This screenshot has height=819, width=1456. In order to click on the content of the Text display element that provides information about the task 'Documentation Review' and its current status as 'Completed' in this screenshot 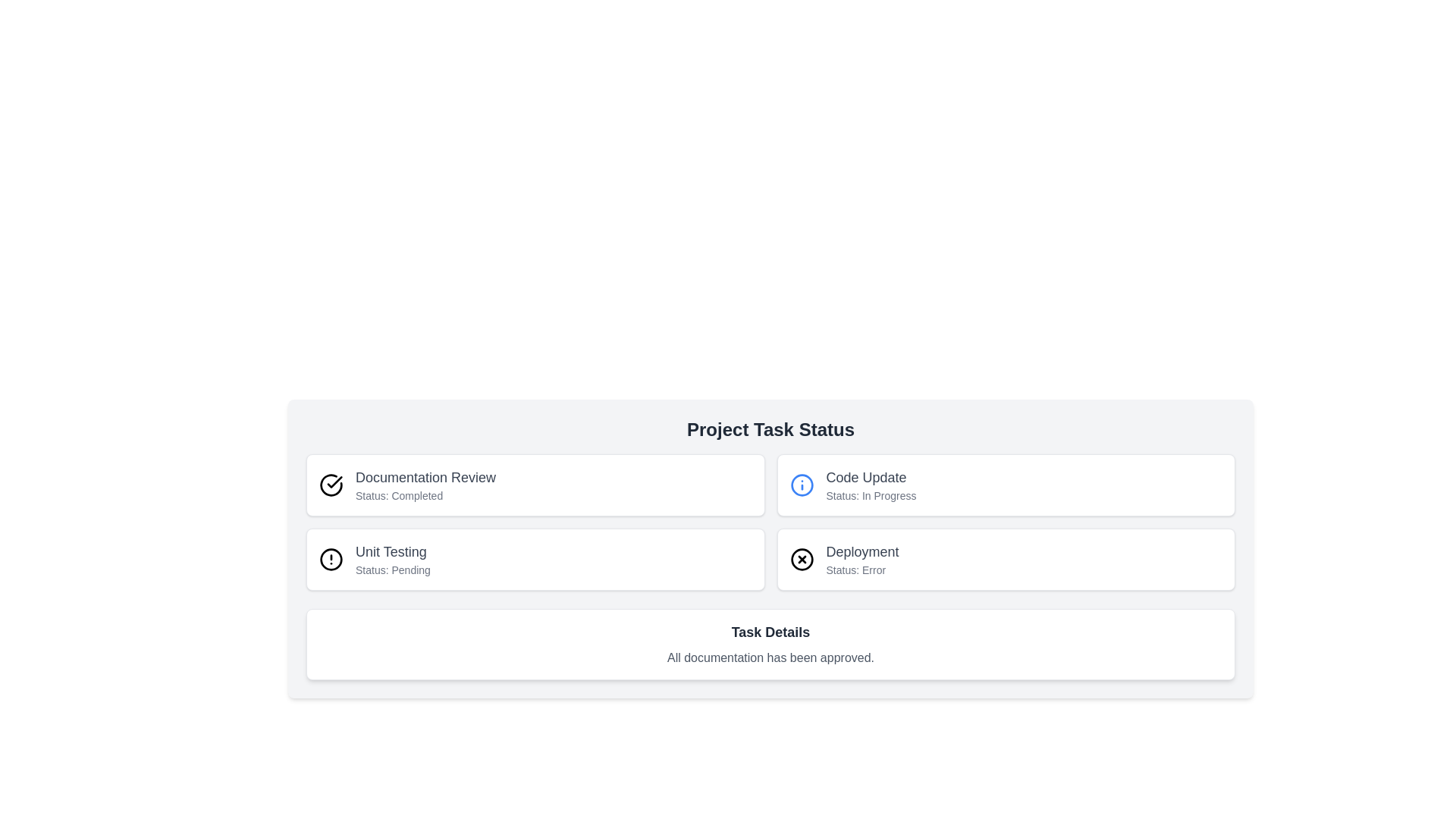, I will do `click(425, 485)`.